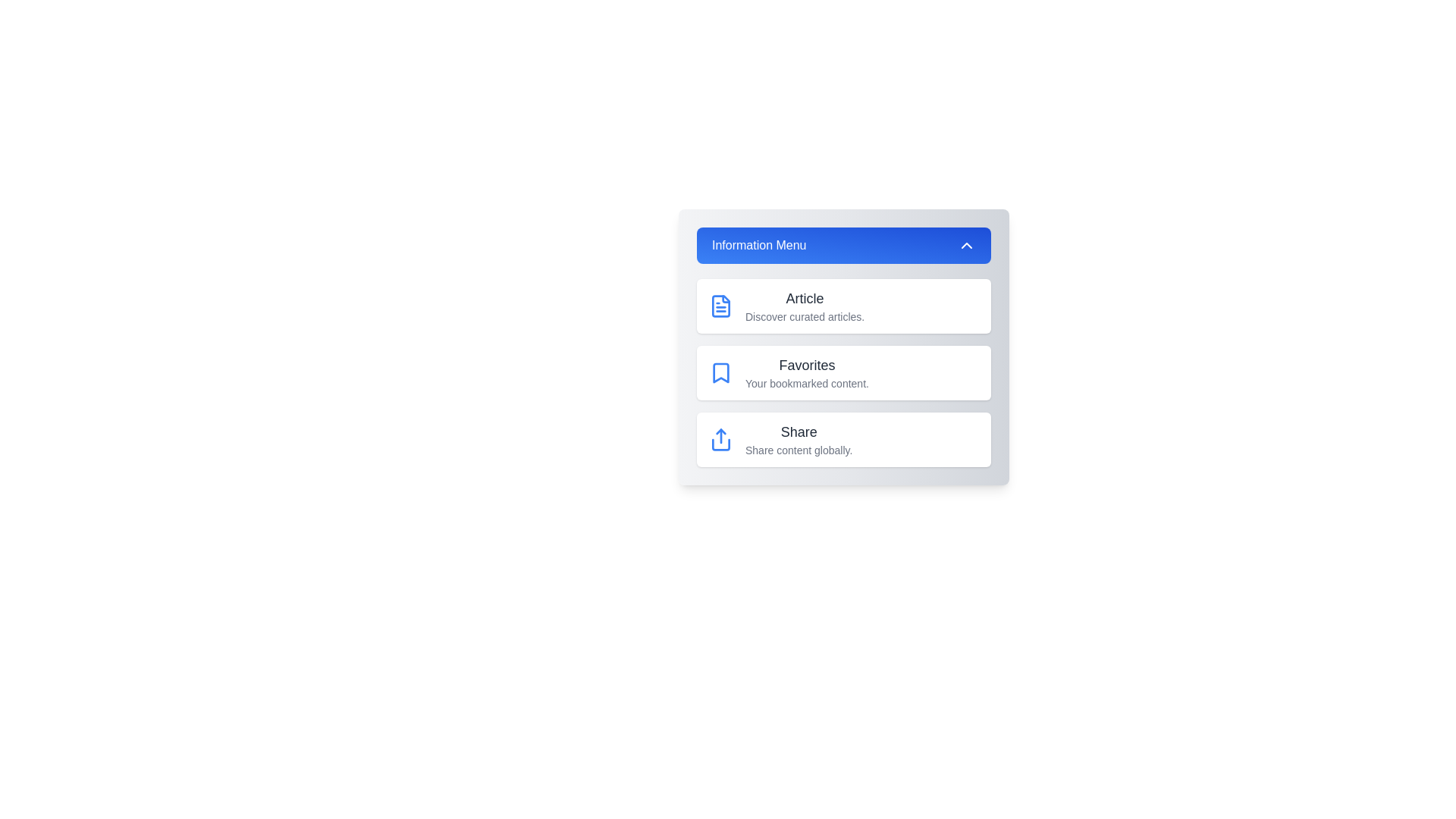 The width and height of the screenshot is (1456, 819). Describe the element at coordinates (720, 373) in the screenshot. I see `the menu item corresponding to Favorites by clicking on its icon` at that location.